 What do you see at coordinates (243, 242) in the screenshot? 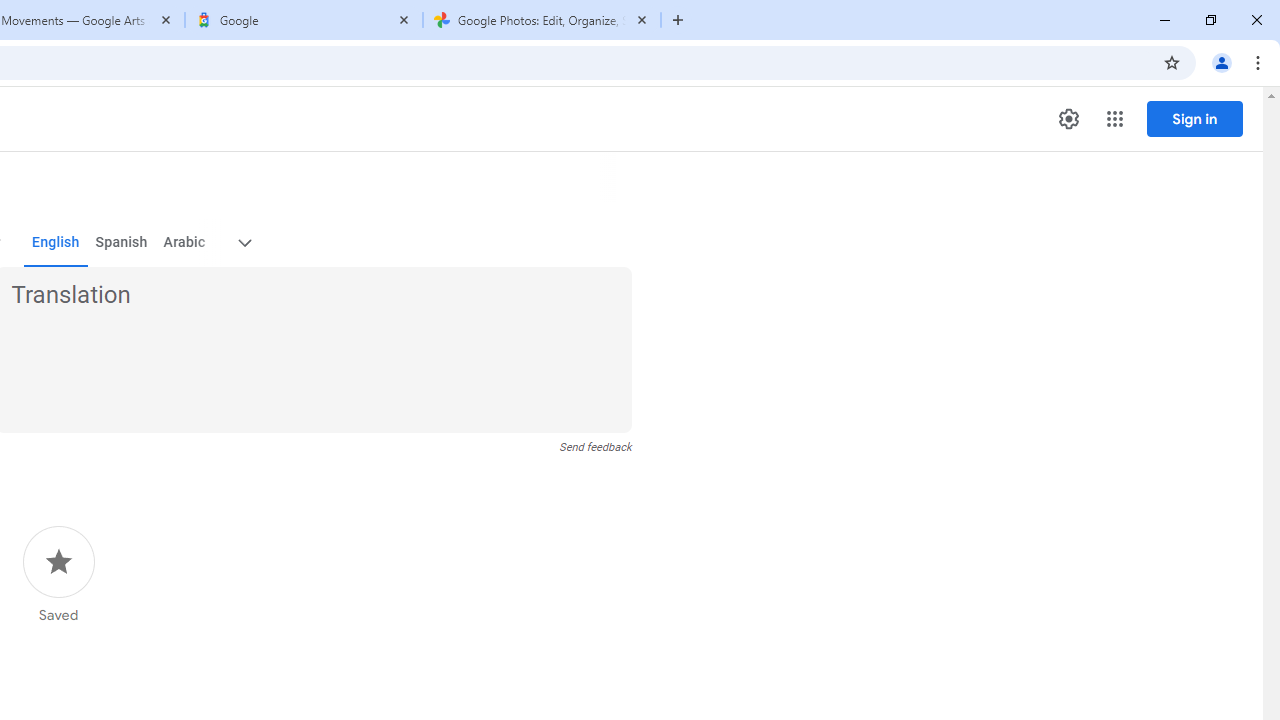
I see `'More target languages'` at bounding box center [243, 242].